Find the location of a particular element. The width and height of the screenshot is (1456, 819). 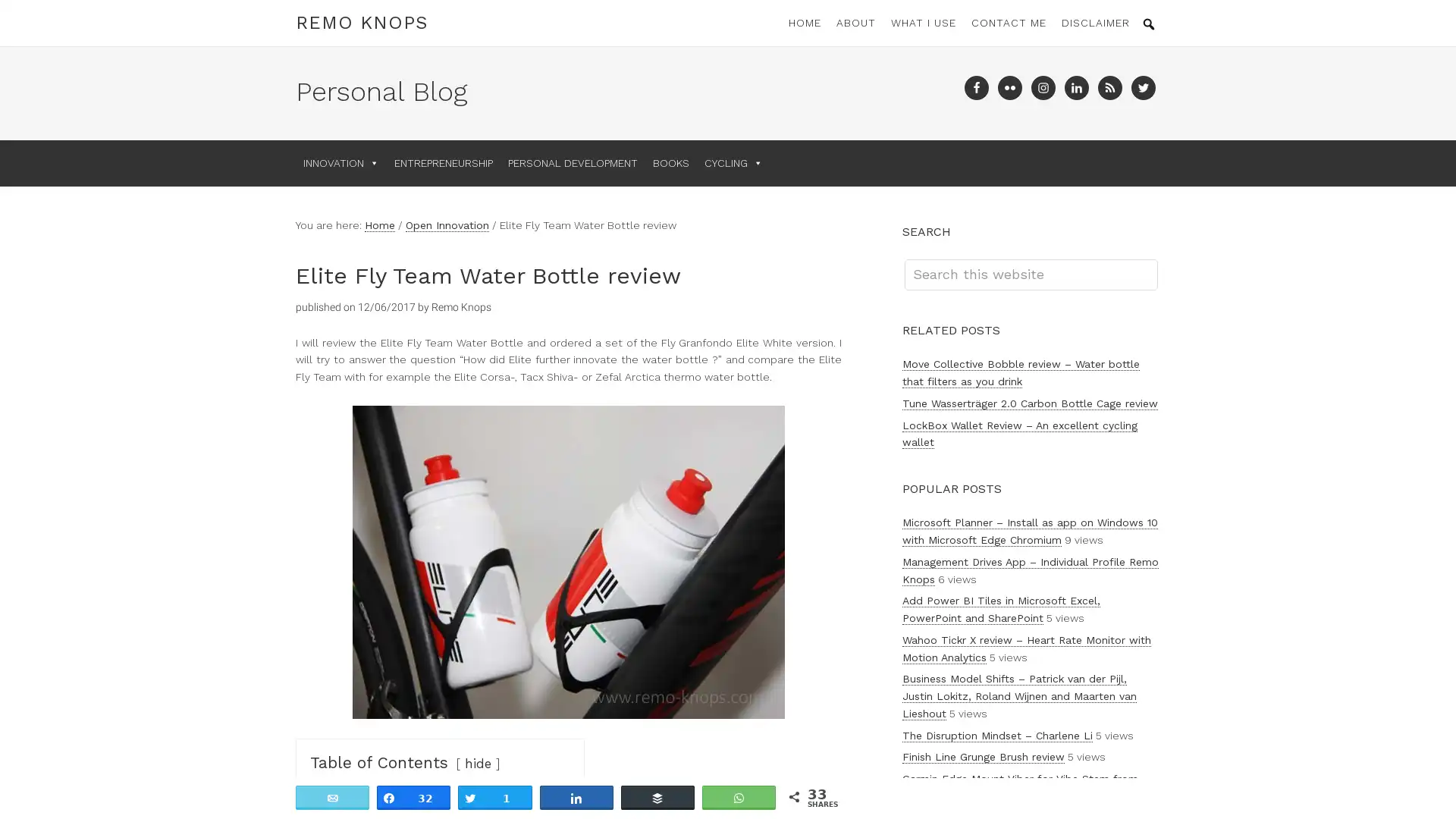

Search is located at coordinates (1156, 258).